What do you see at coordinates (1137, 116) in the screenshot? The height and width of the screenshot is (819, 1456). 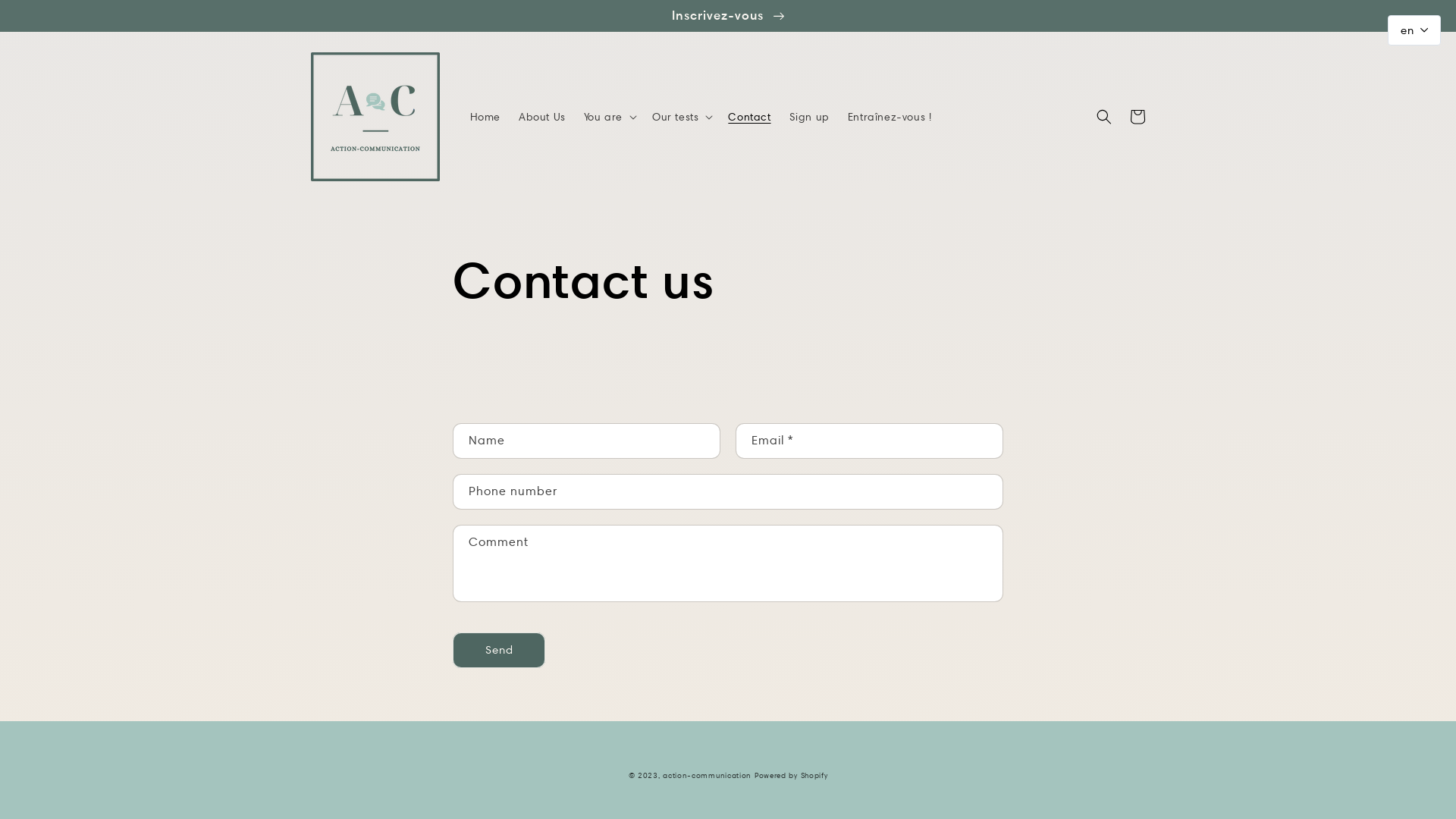 I see `'Cart'` at bounding box center [1137, 116].